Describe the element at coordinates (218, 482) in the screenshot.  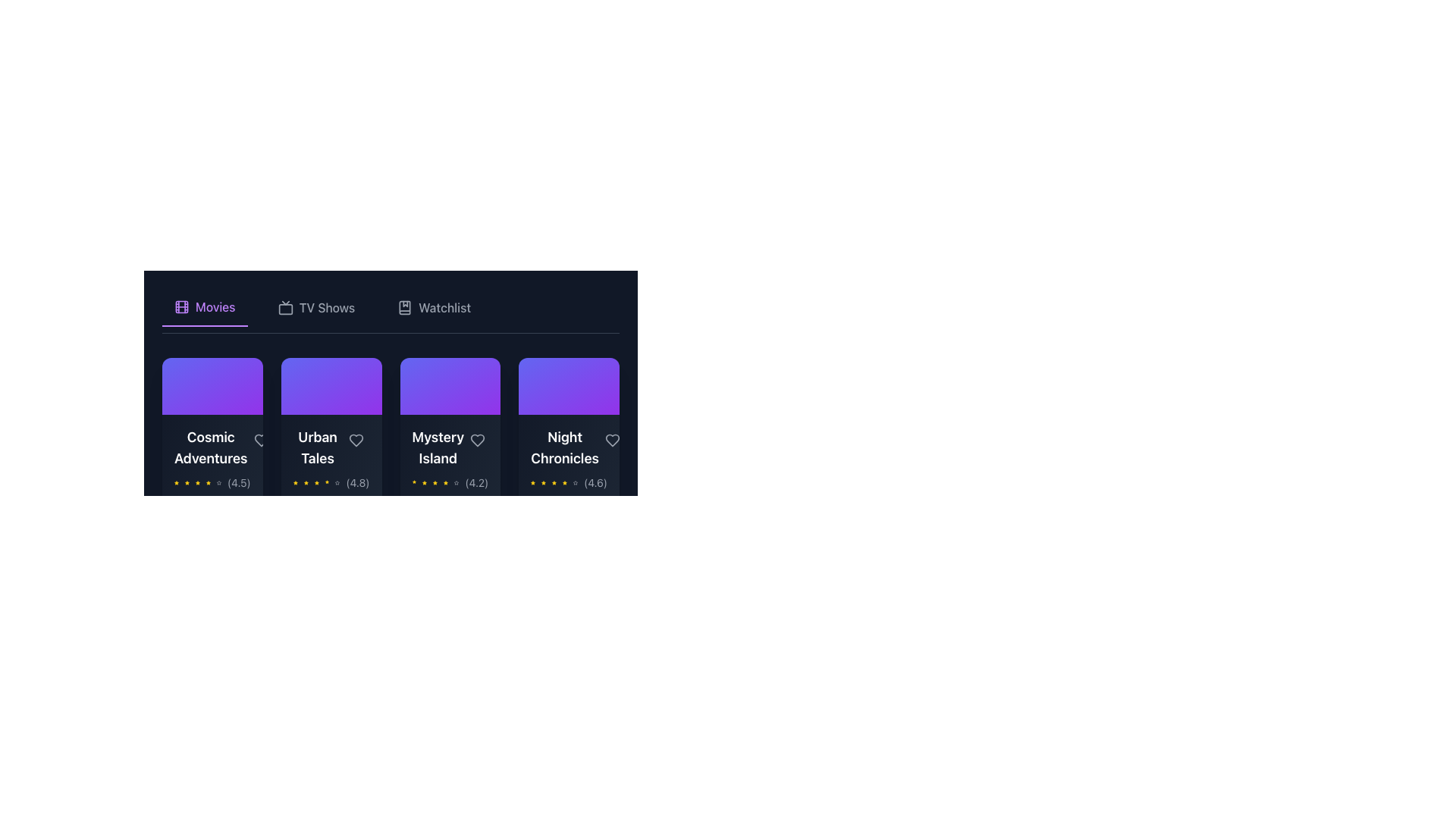
I see `the fifth star icon used for rating purposes, which is grayish and indicates an unrated state, located in the footer of the content card for 'Cosmic Adventures'` at that location.